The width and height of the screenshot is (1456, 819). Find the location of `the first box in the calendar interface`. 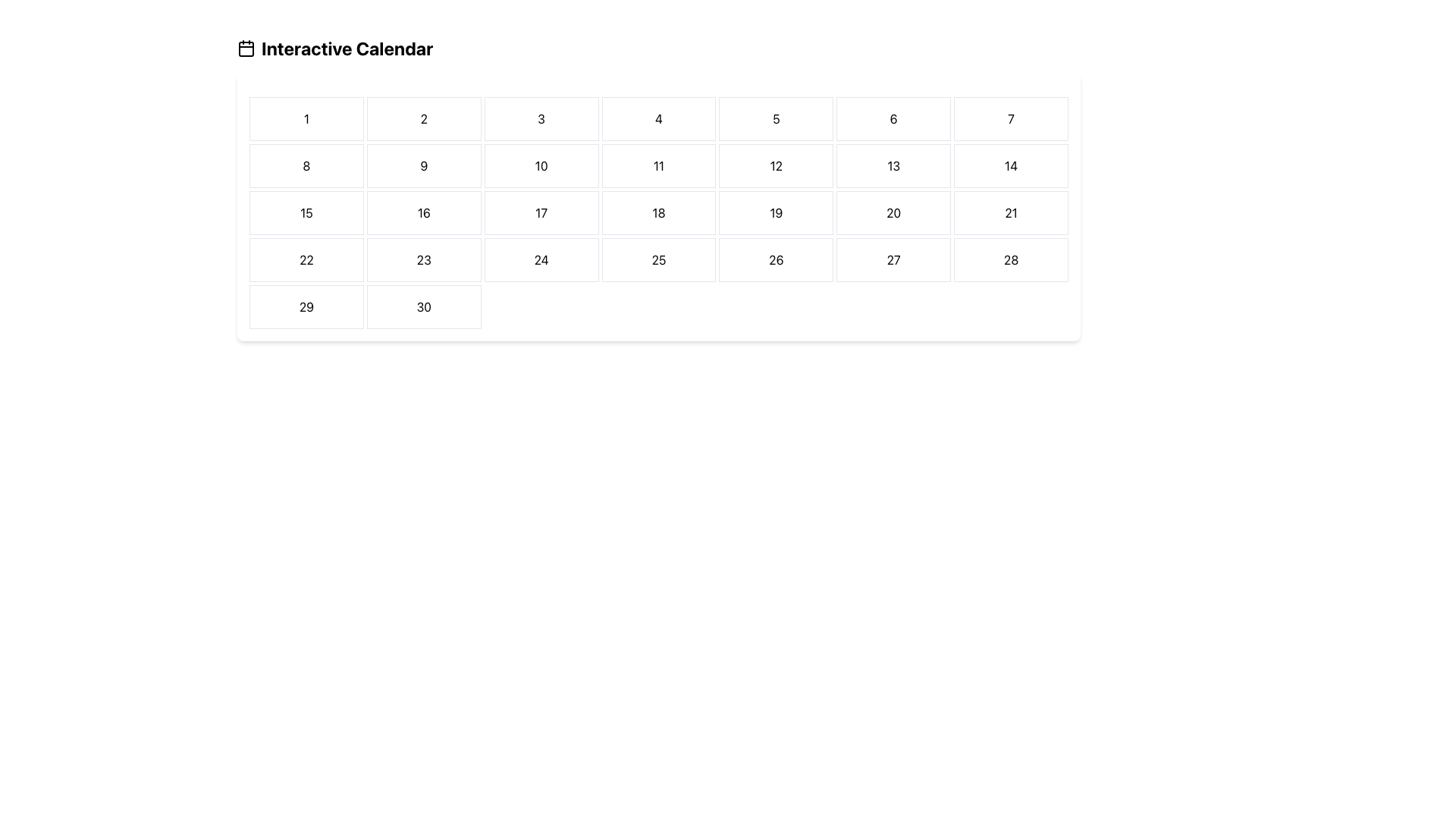

the first box in the calendar interface is located at coordinates (306, 118).